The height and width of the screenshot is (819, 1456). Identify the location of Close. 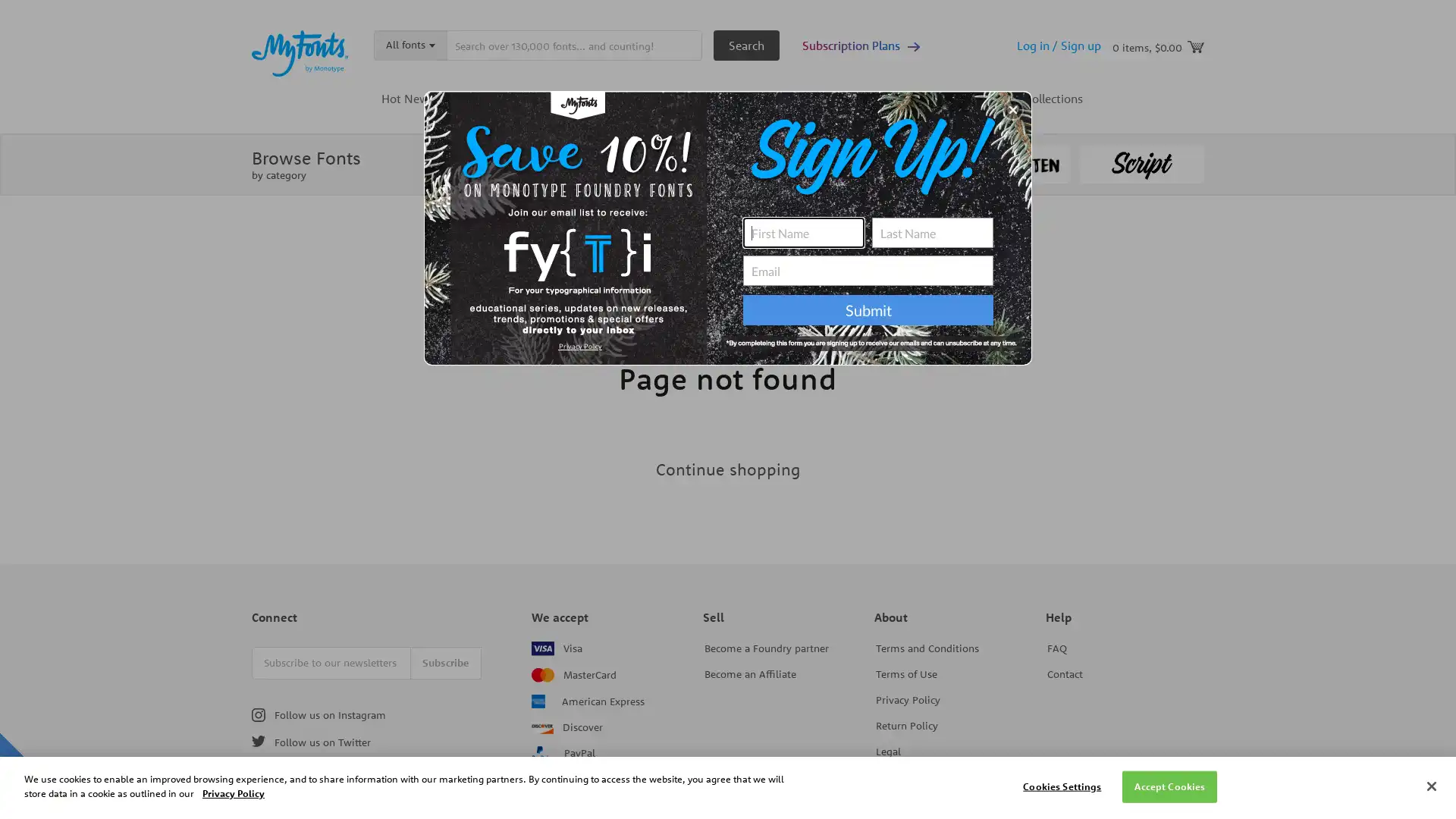
(1430, 785).